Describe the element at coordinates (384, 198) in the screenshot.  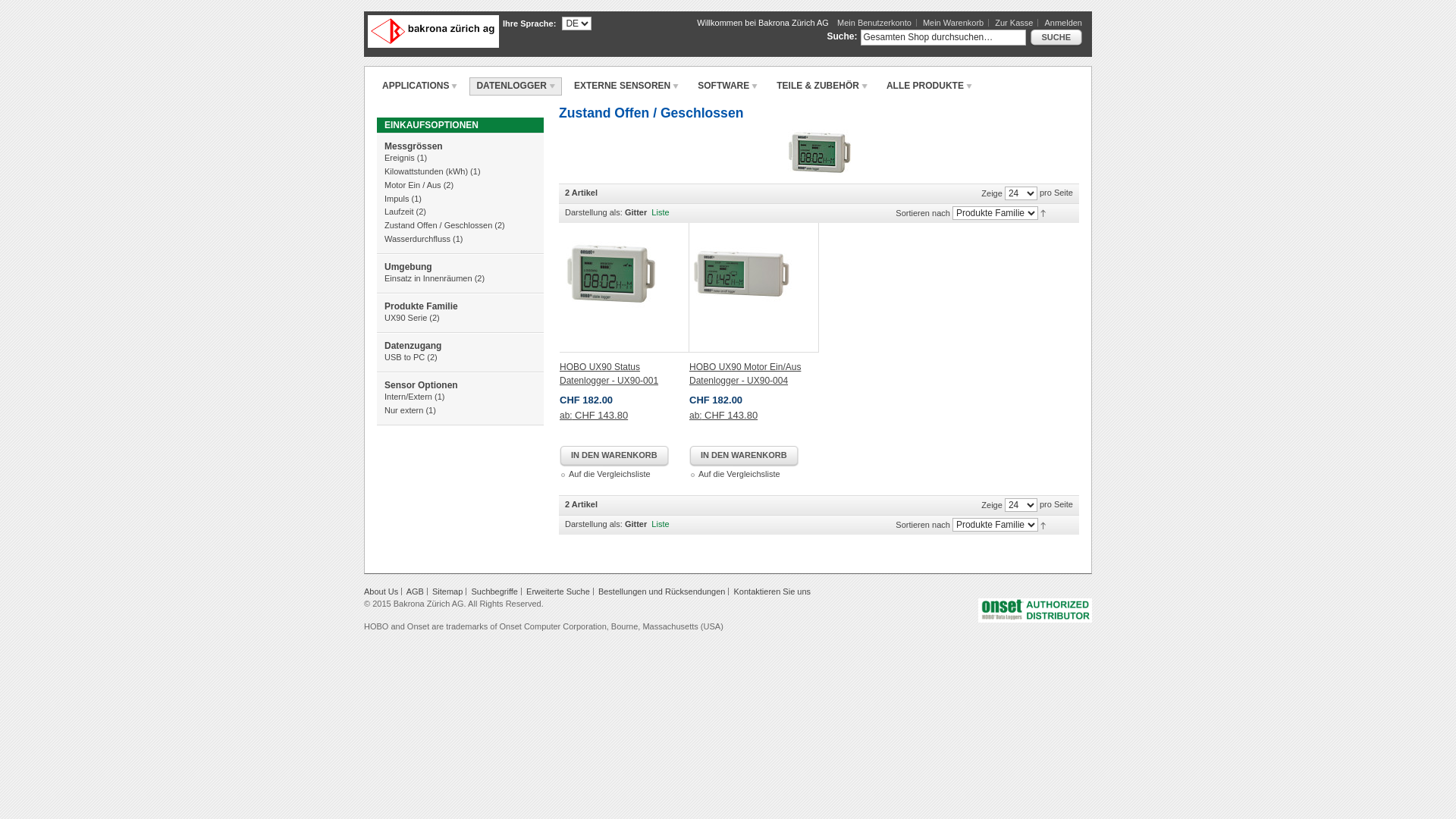
I see `'Impuls'` at that location.